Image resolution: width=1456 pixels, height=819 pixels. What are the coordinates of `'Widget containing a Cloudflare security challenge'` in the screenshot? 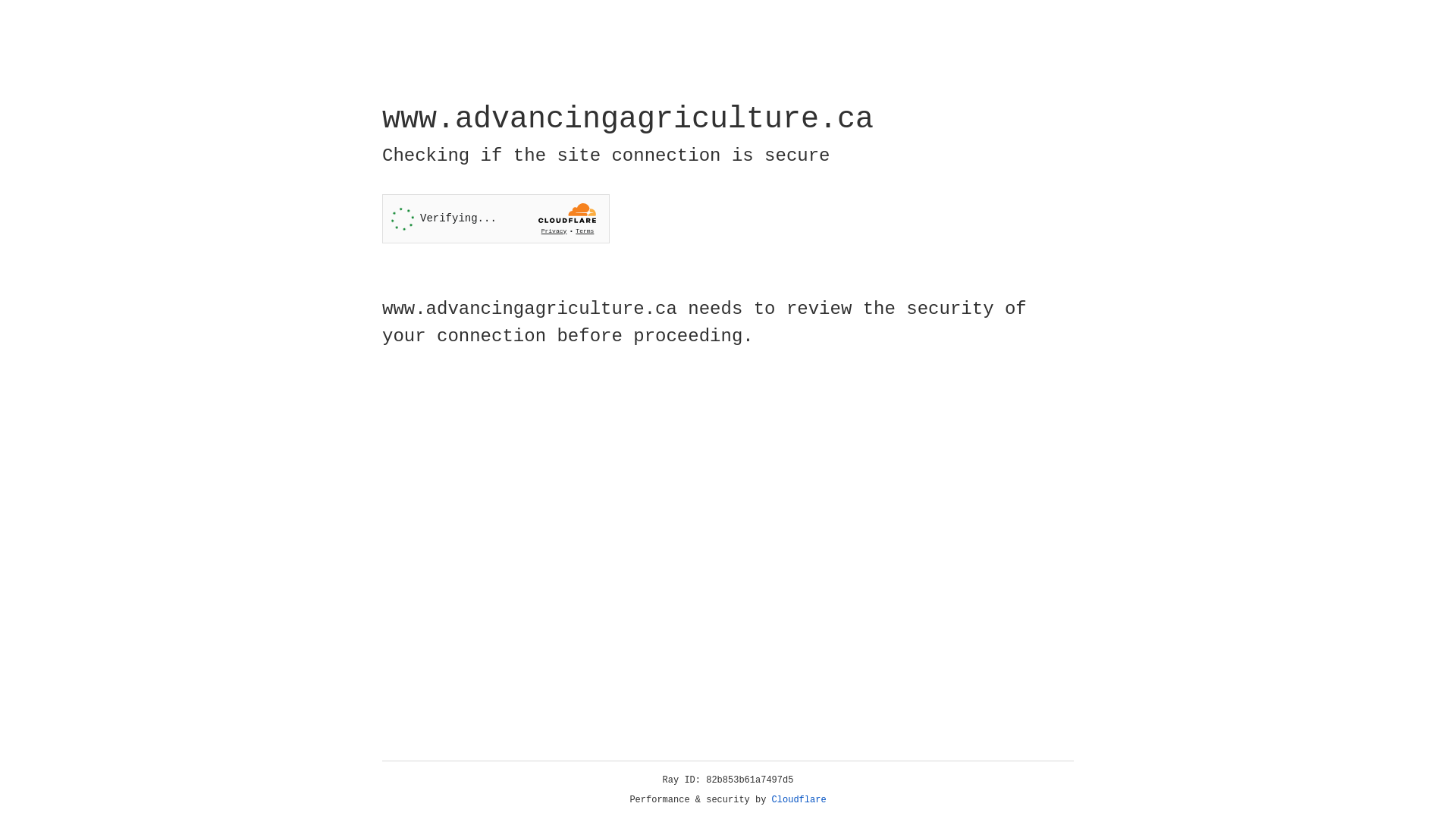 It's located at (495, 218).